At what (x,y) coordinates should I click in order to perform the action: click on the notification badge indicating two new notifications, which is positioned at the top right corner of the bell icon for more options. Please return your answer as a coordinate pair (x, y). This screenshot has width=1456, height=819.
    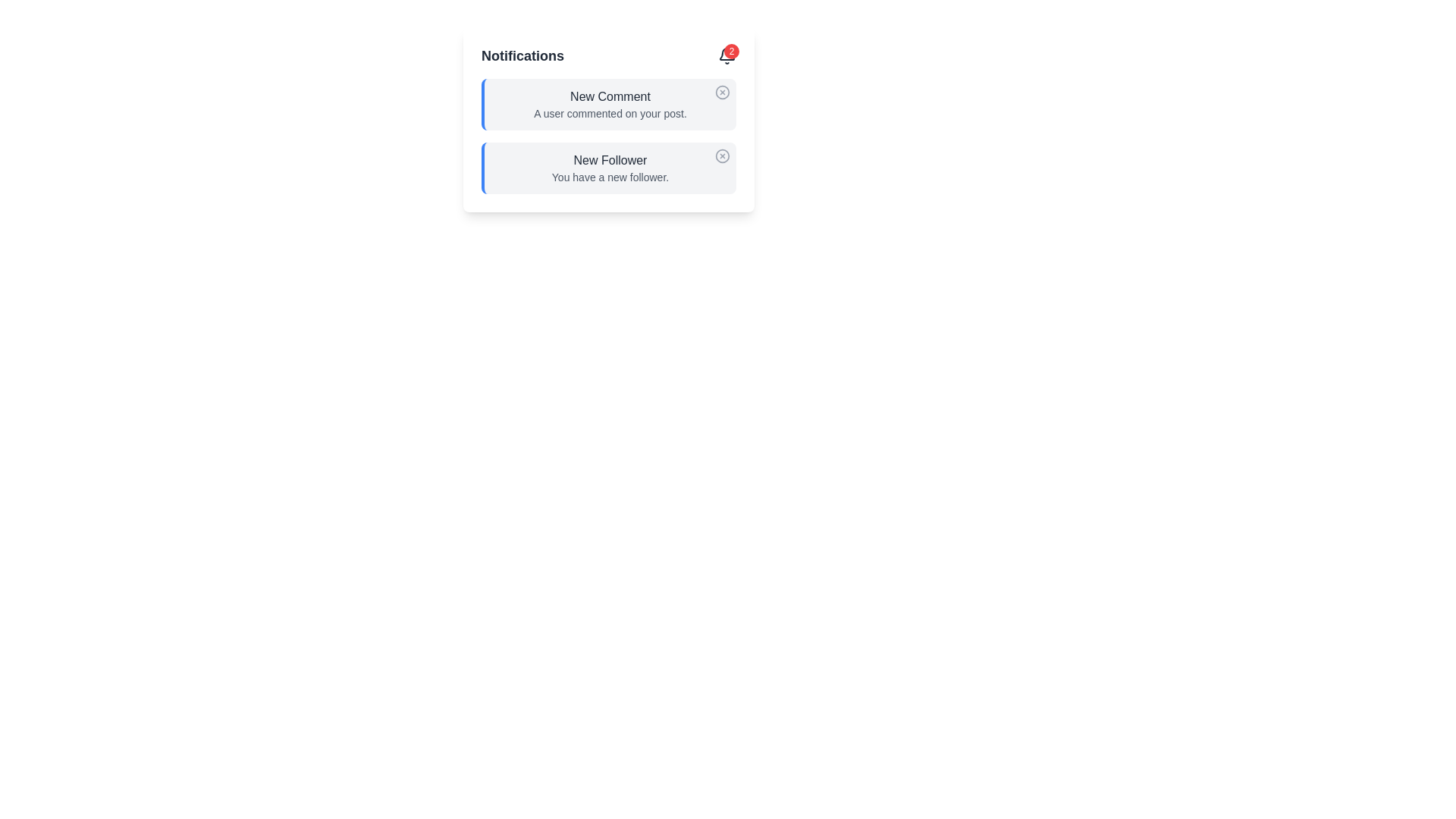
    Looking at the image, I should click on (731, 51).